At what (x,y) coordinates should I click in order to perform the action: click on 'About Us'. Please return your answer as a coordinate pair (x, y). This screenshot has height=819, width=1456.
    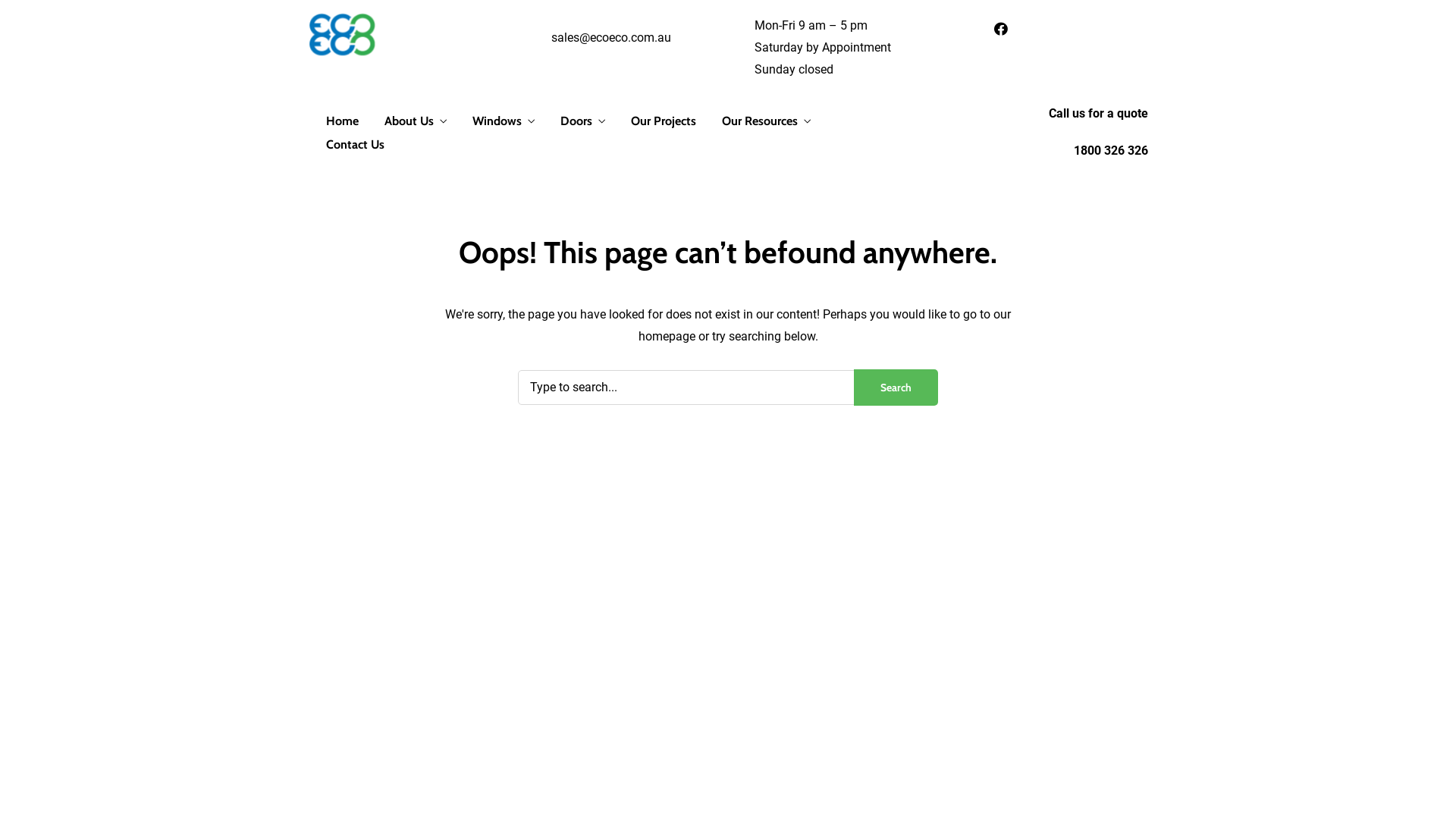
    Looking at the image, I should click on (384, 121).